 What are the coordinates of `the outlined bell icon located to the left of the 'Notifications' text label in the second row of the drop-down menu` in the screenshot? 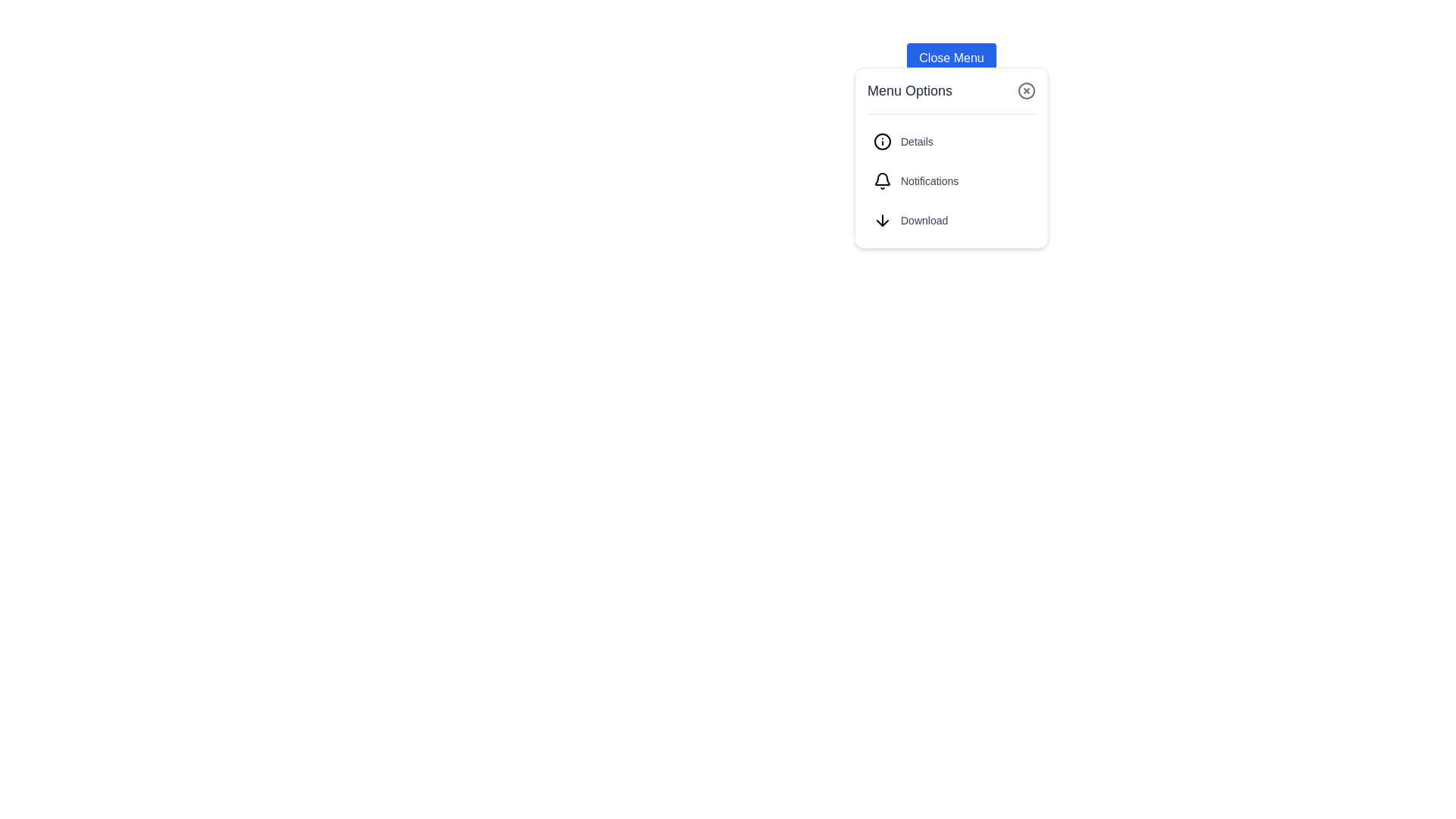 It's located at (882, 180).